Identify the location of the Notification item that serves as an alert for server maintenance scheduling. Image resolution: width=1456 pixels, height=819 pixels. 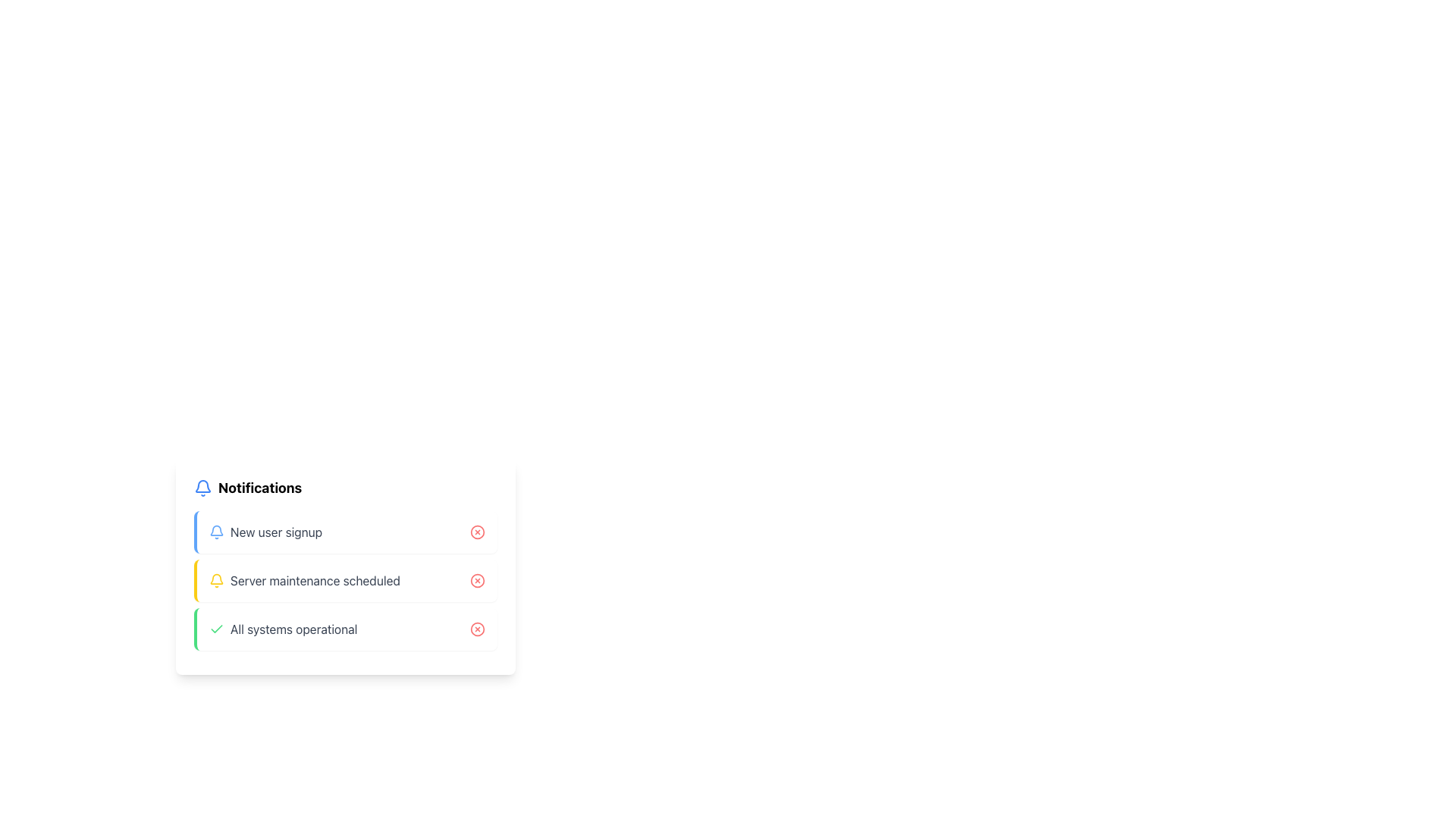
(345, 567).